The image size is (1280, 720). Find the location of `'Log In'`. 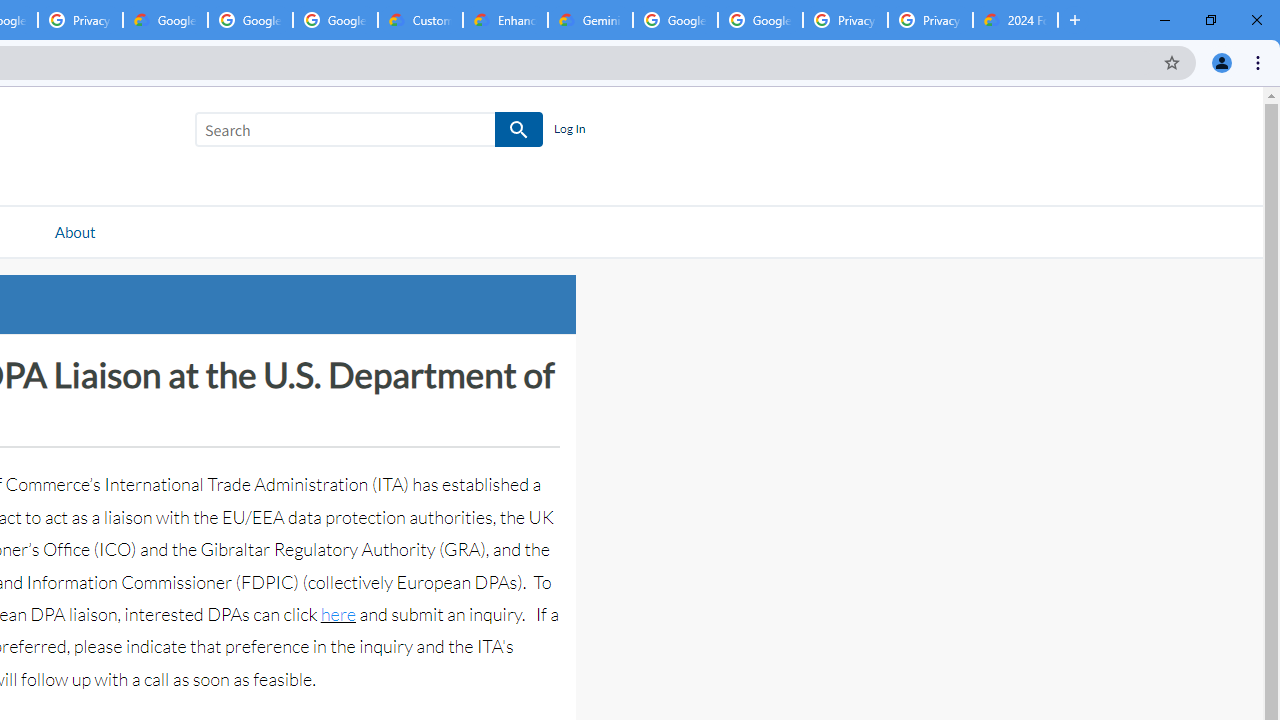

'Log In' is located at coordinates (568, 129).